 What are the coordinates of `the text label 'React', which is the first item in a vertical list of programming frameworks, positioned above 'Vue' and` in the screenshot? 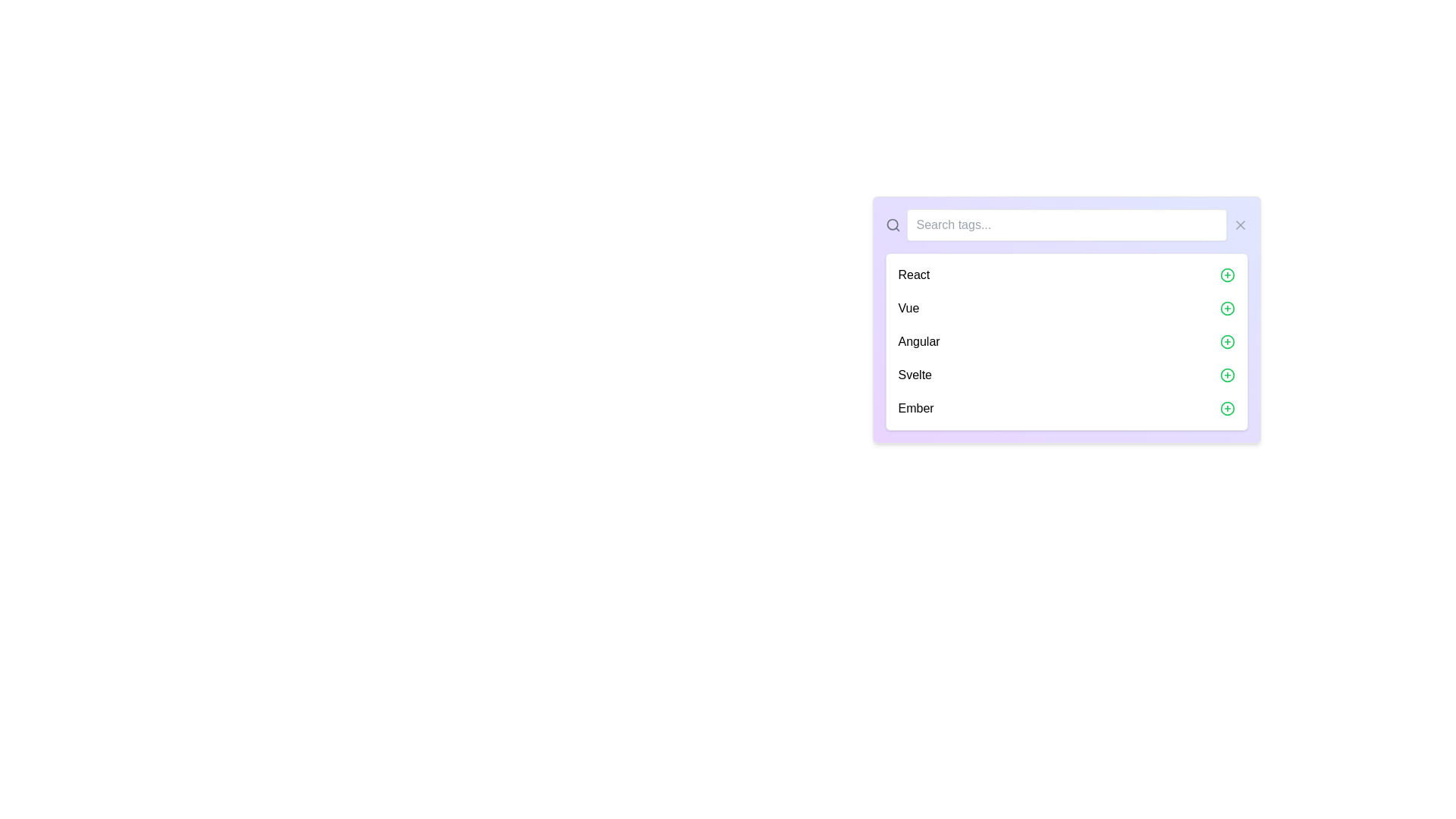 It's located at (913, 275).